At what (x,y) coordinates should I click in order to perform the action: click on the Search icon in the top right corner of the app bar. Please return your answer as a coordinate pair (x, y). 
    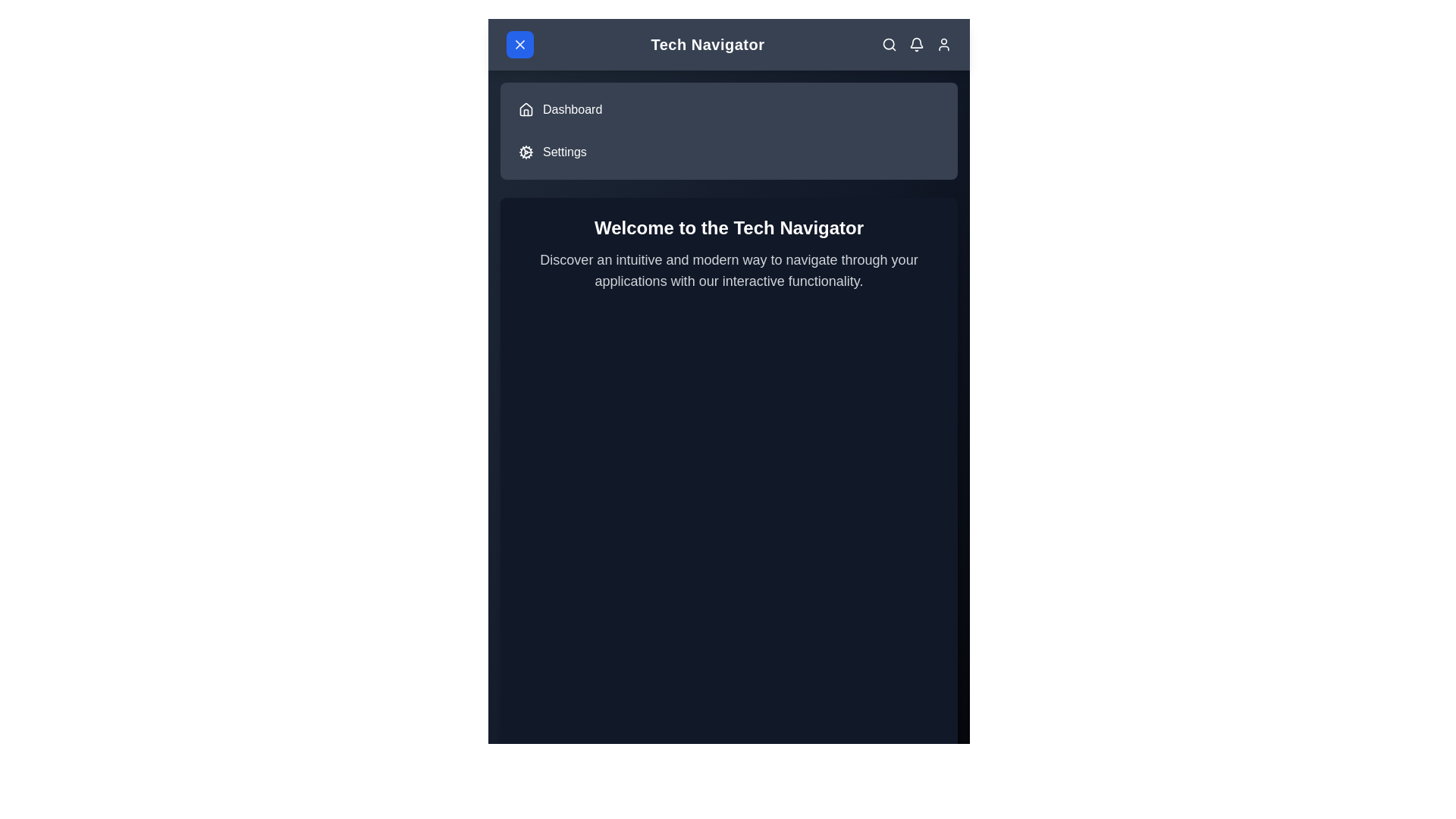
    Looking at the image, I should click on (889, 43).